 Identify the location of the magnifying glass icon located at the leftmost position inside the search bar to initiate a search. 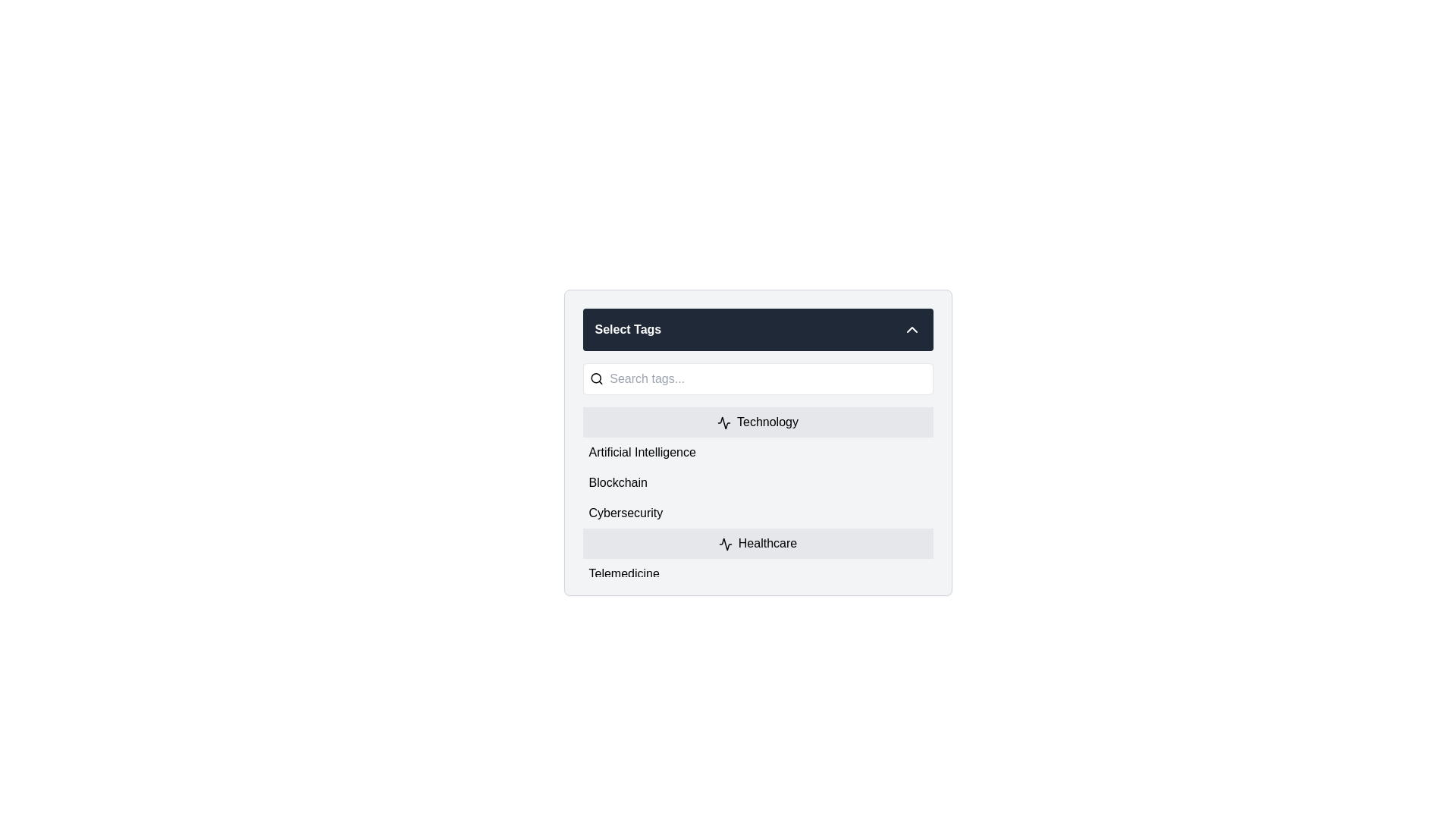
(595, 378).